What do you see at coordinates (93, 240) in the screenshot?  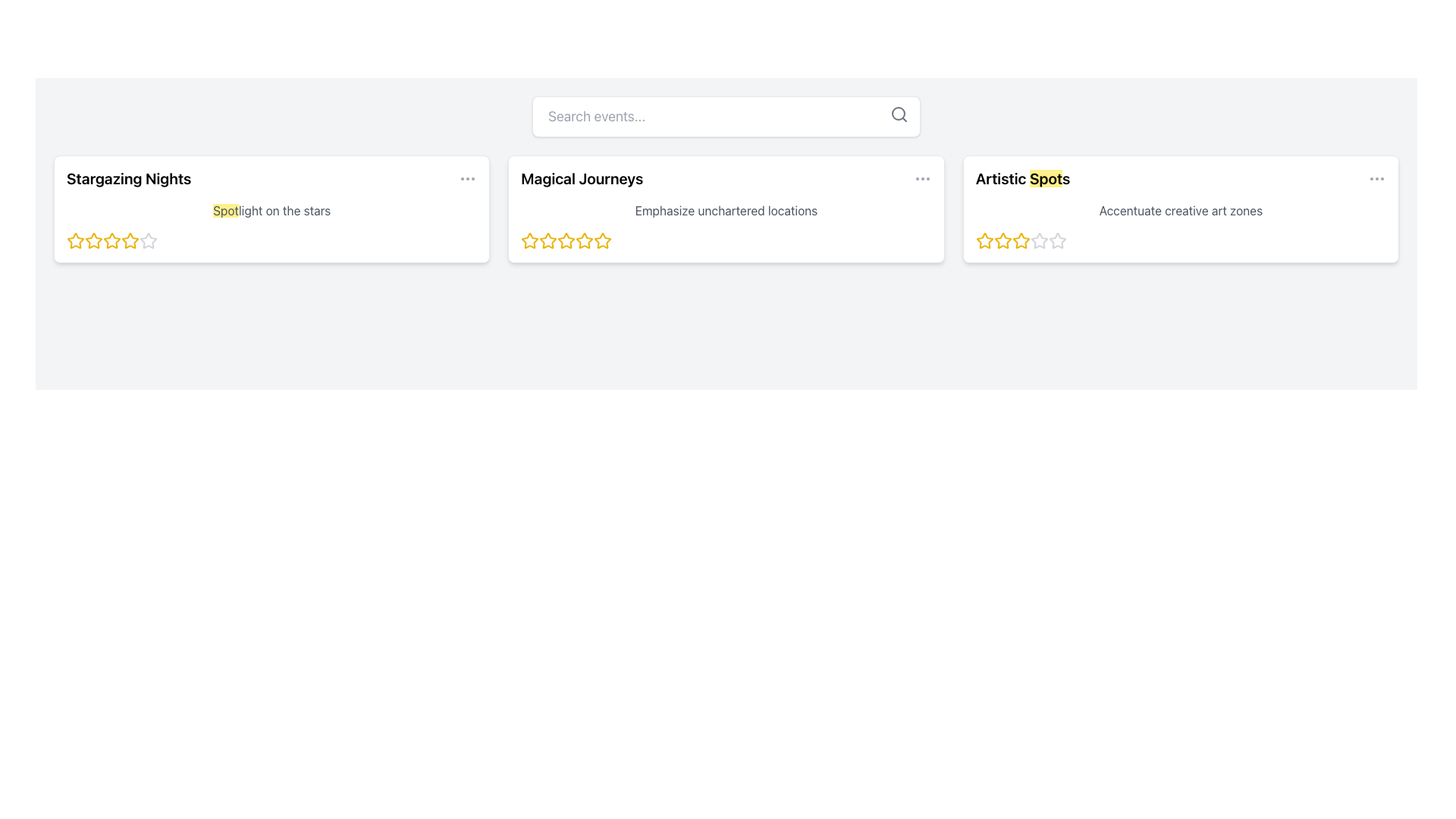 I see `the third star icon in the 5-star rating system for the 'Stargazing Nights' card to set a rating` at bounding box center [93, 240].